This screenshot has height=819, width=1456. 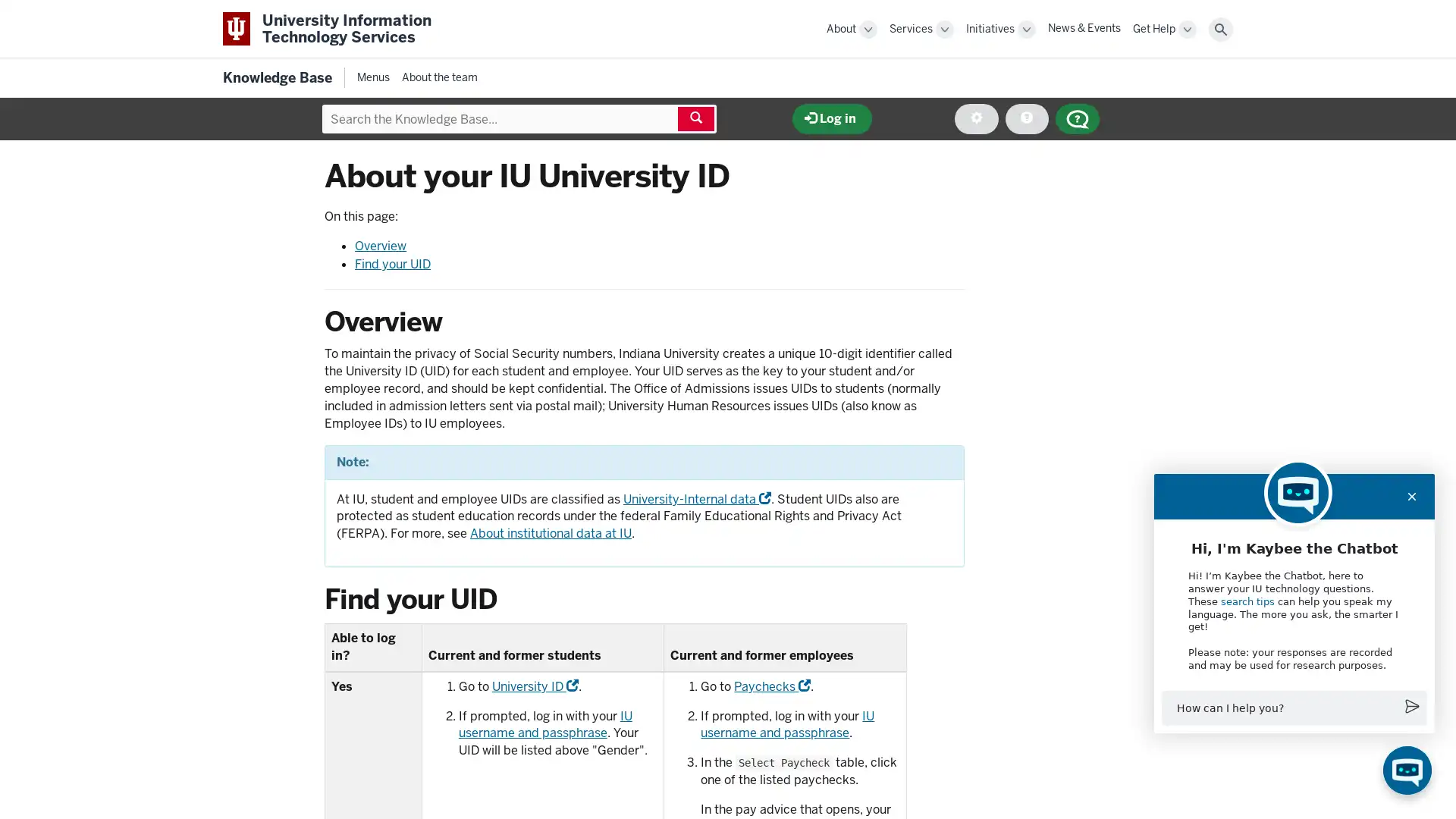 I want to click on Options, so click(x=976, y=118).